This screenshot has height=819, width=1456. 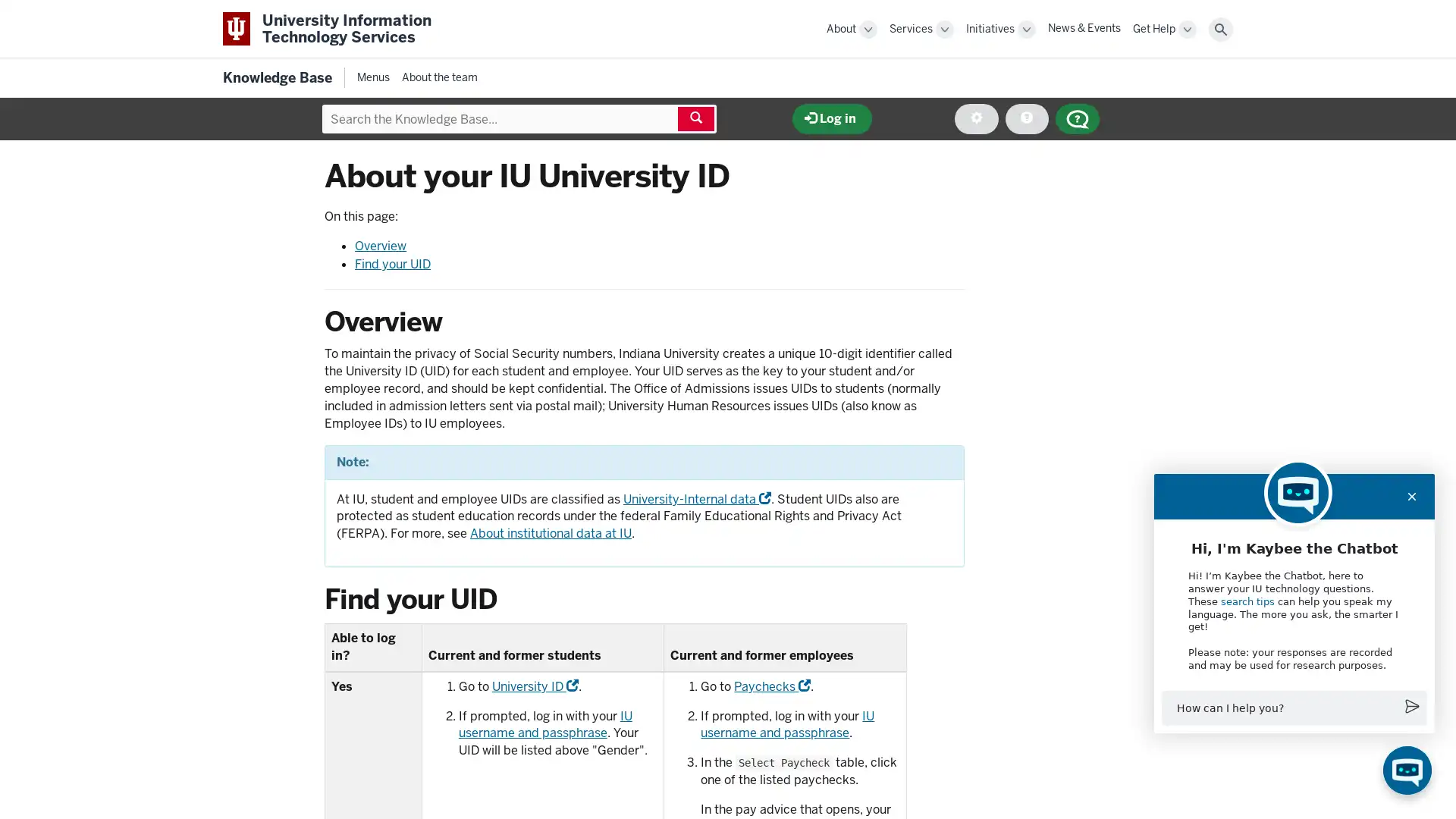 I want to click on Options, so click(x=976, y=118).